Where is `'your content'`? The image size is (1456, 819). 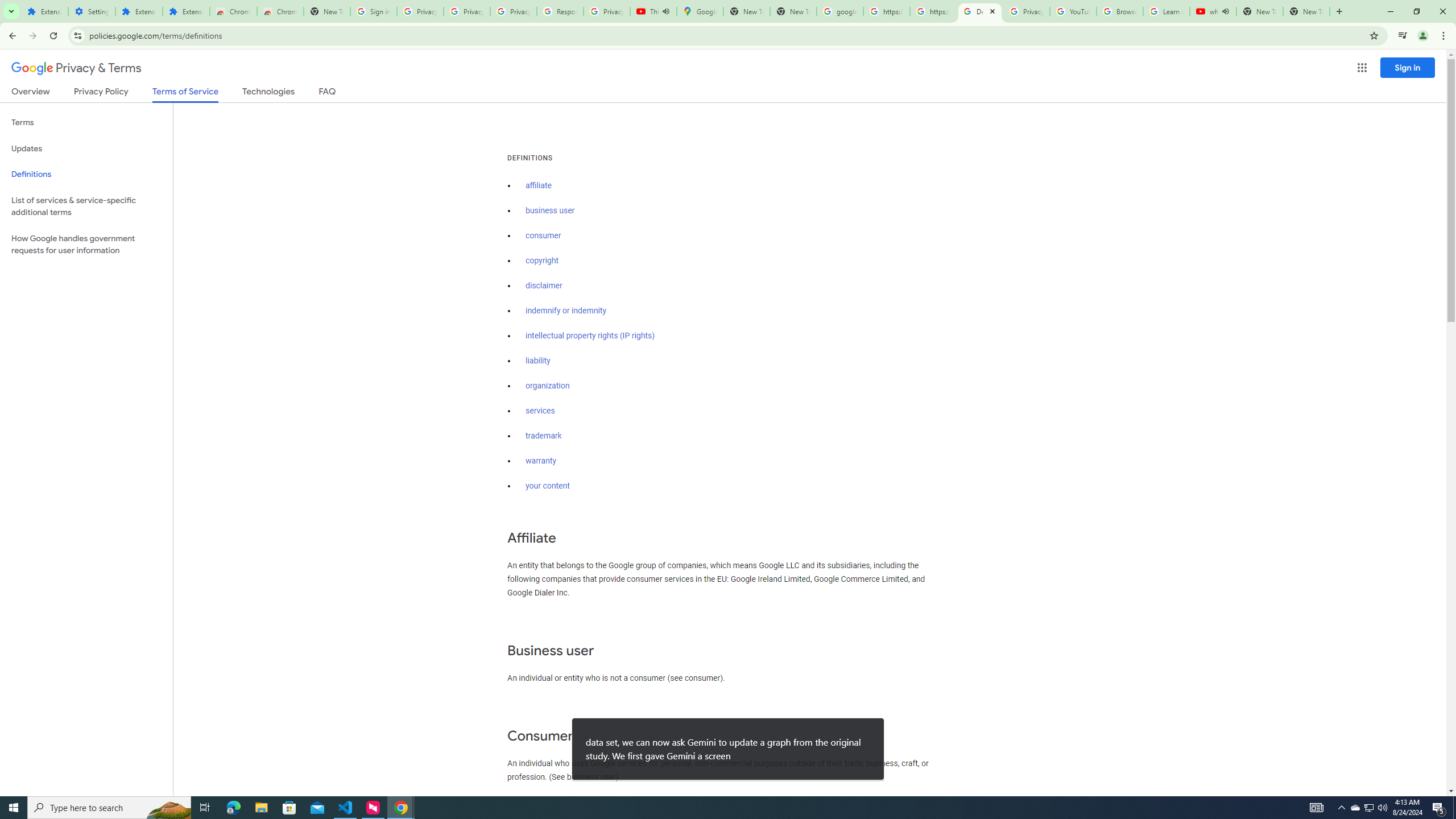 'your content' is located at coordinates (547, 486).